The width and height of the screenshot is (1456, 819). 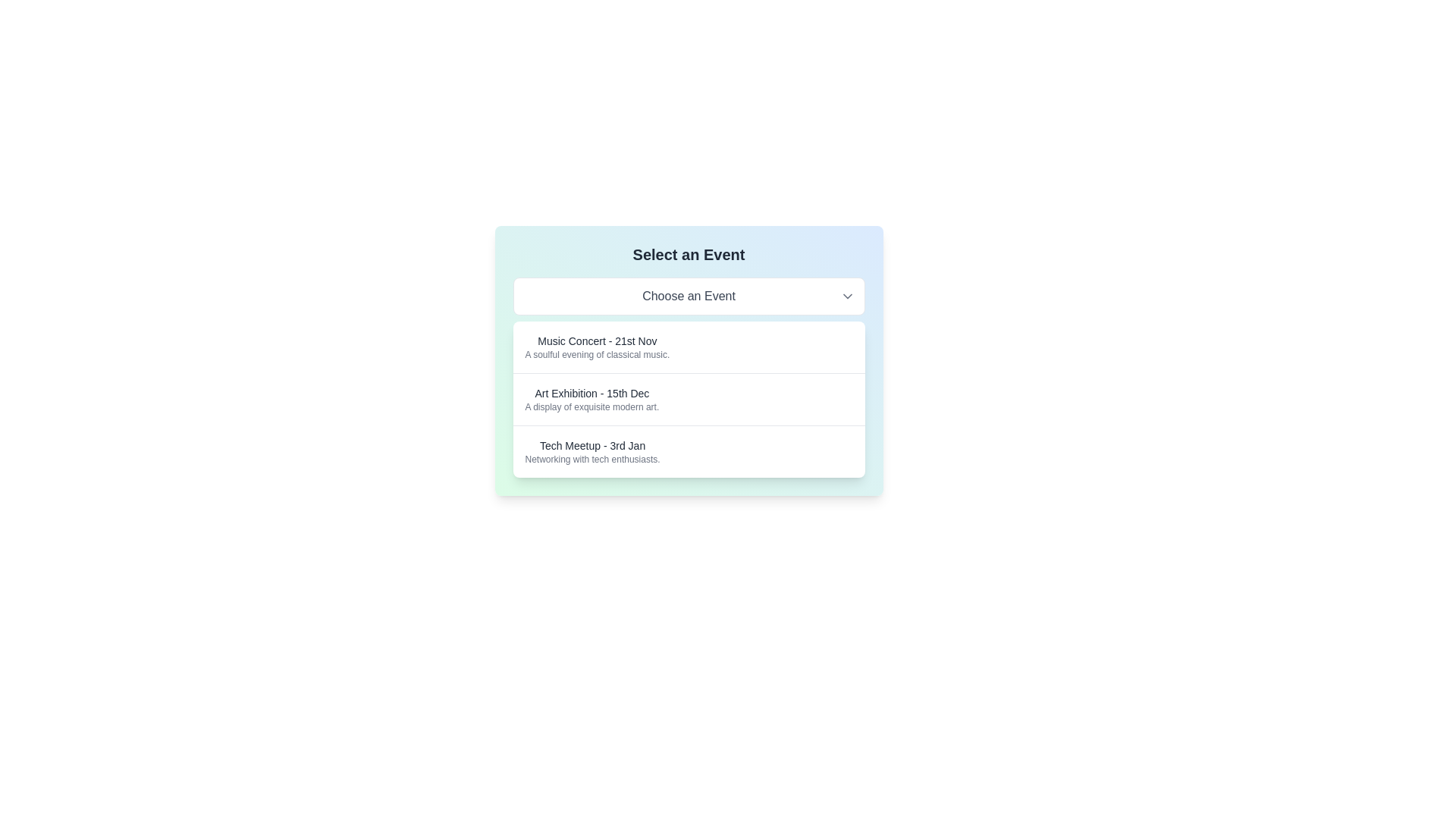 I want to click on the third item in the vertically stacked list of events, so click(x=688, y=451).